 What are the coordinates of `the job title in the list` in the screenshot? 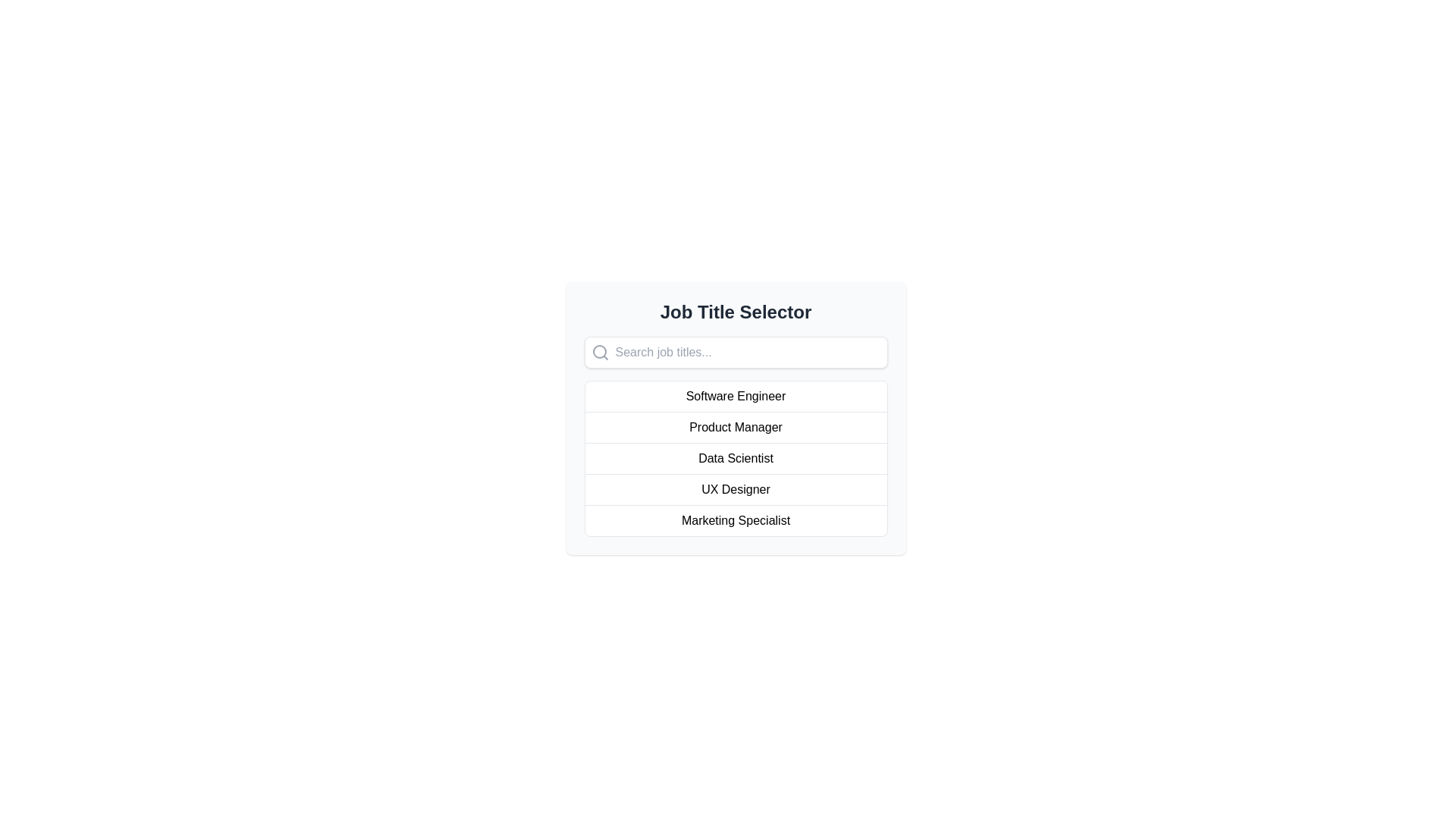 It's located at (736, 458).